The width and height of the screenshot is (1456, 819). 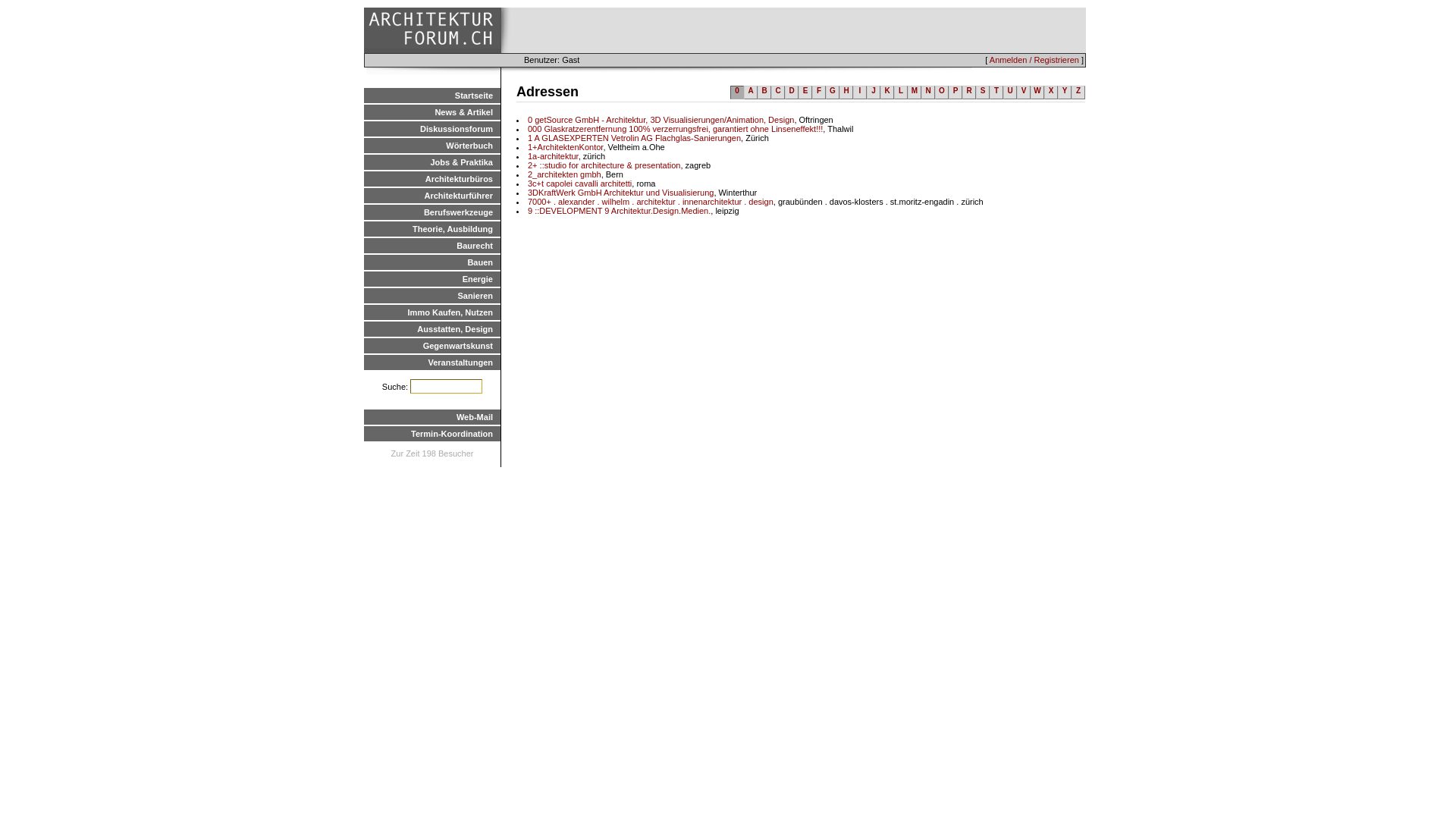 I want to click on 'Energie', so click(x=431, y=278).